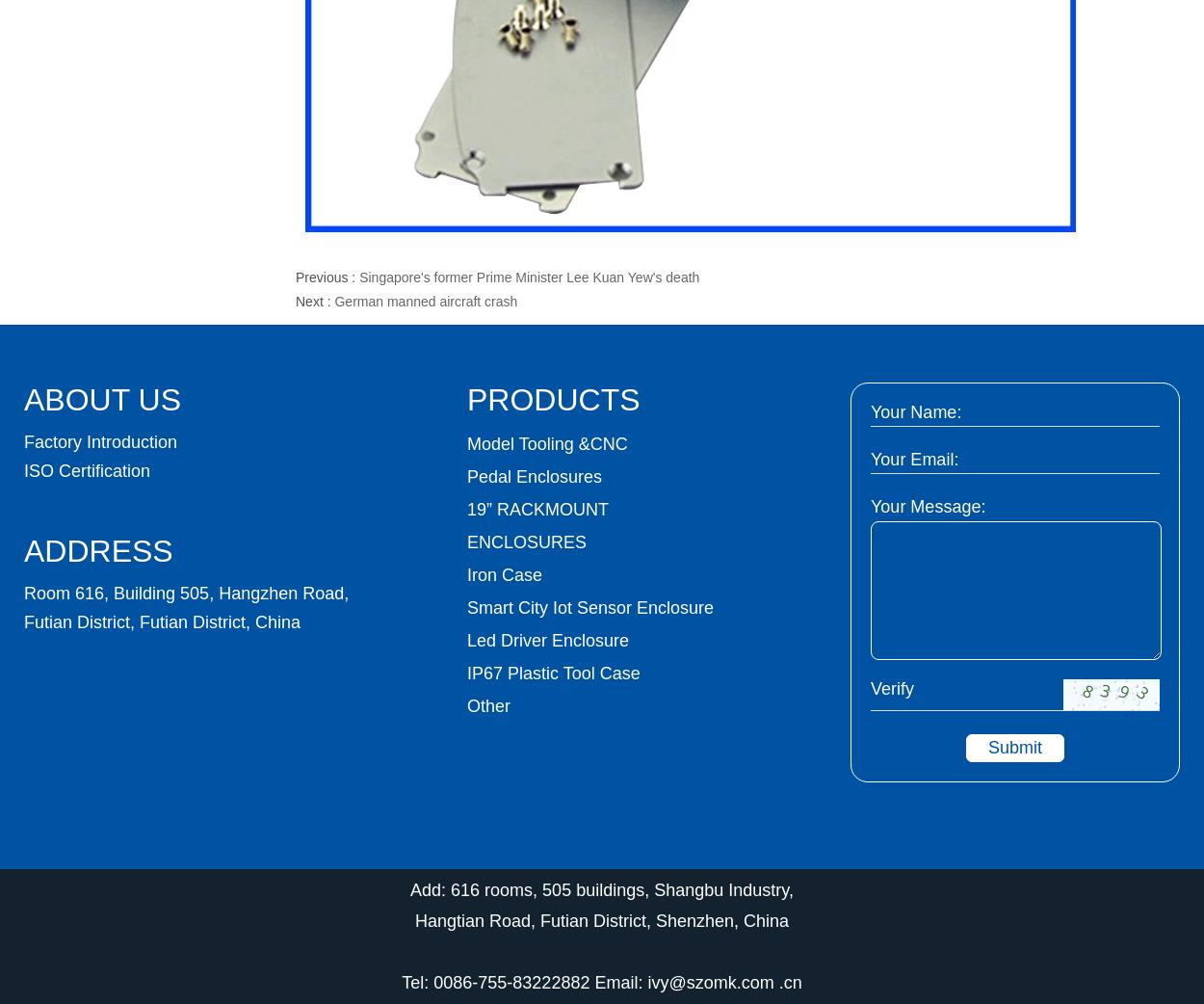  Describe the element at coordinates (425, 302) in the screenshot. I see `'German manned aircraft crash'` at that location.